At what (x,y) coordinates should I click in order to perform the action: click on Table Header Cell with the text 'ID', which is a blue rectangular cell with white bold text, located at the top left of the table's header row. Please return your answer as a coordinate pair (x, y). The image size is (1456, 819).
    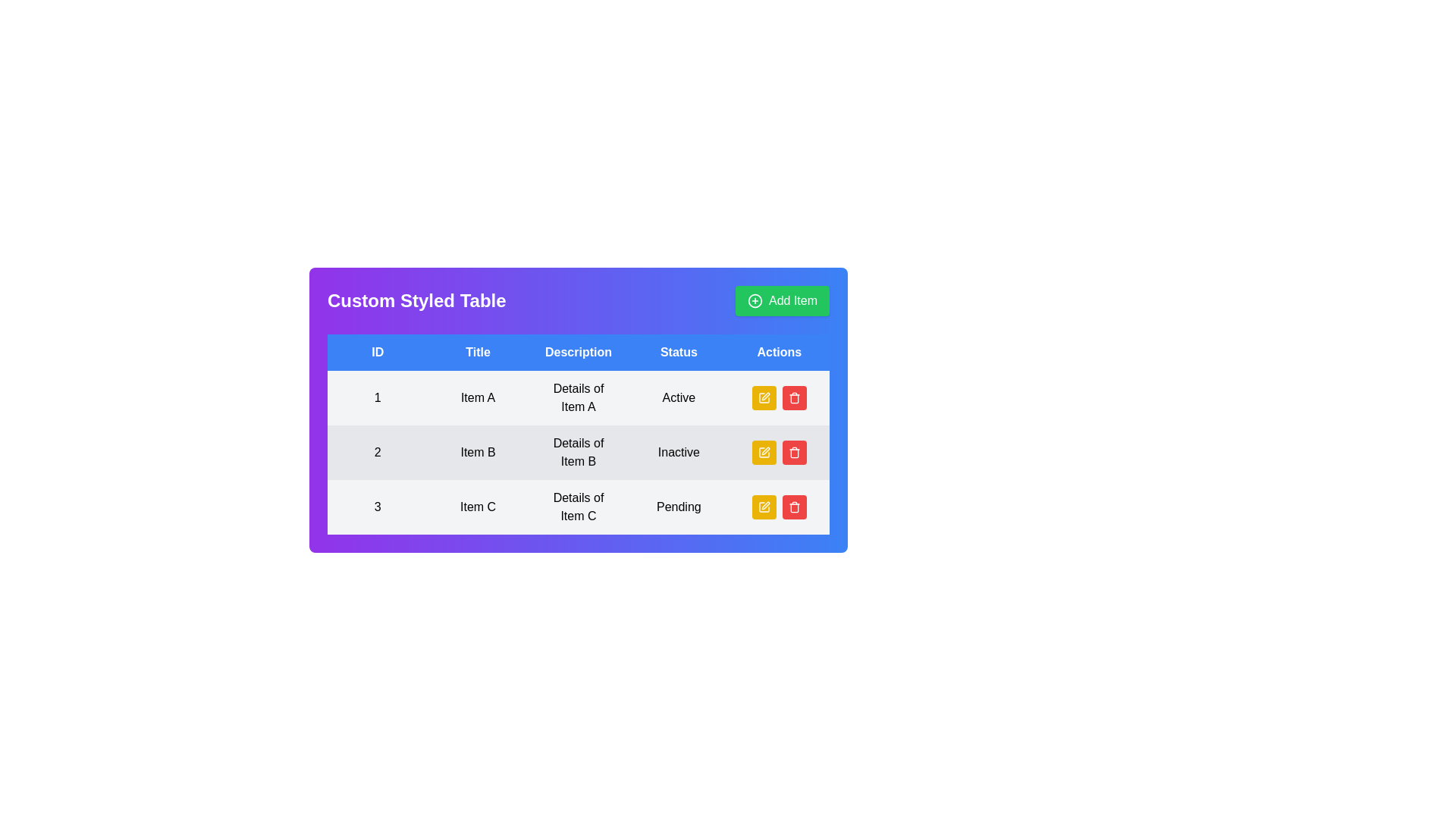
    Looking at the image, I should click on (378, 353).